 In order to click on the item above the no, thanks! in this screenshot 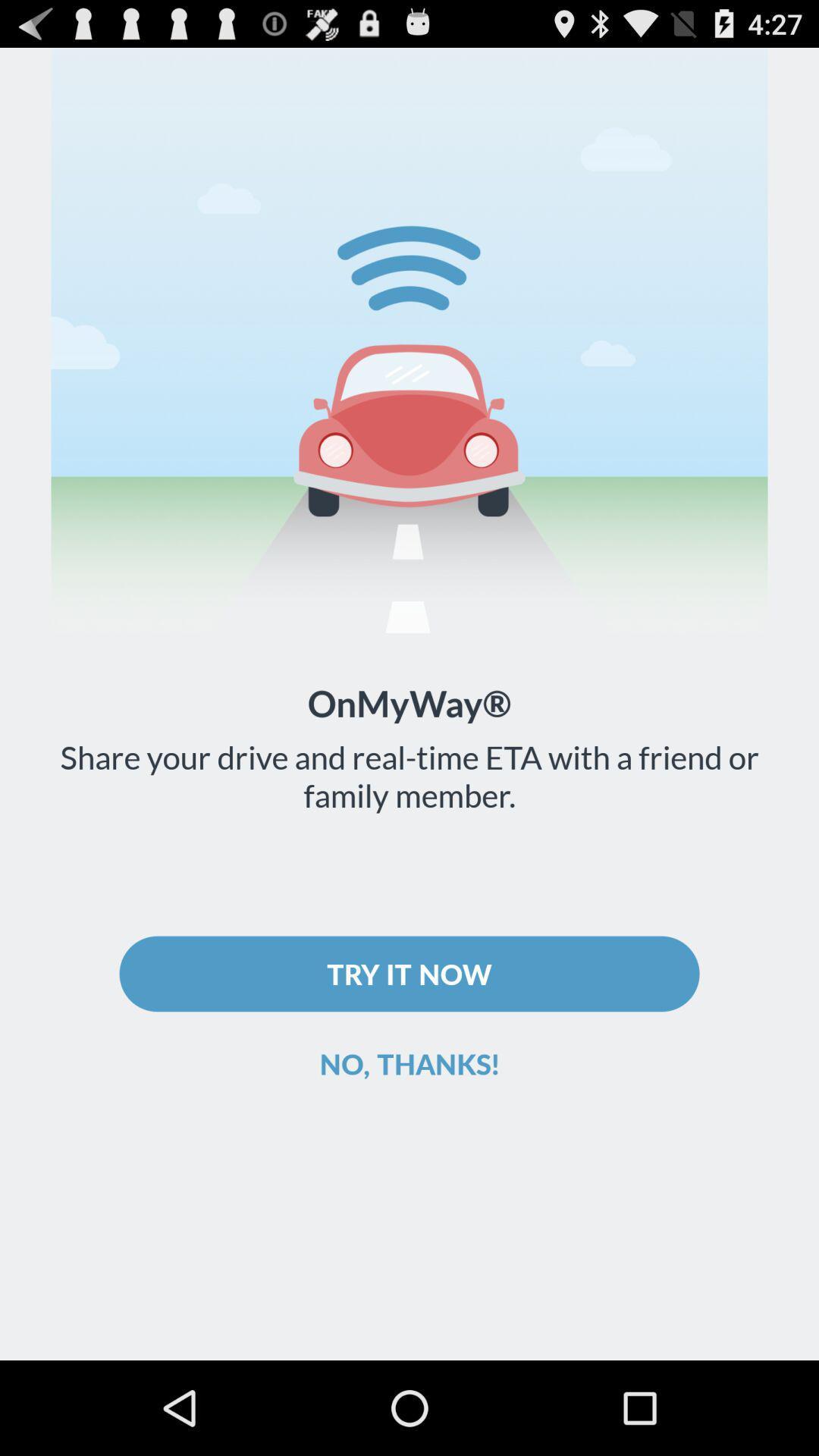, I will do `click(409, 974)`.